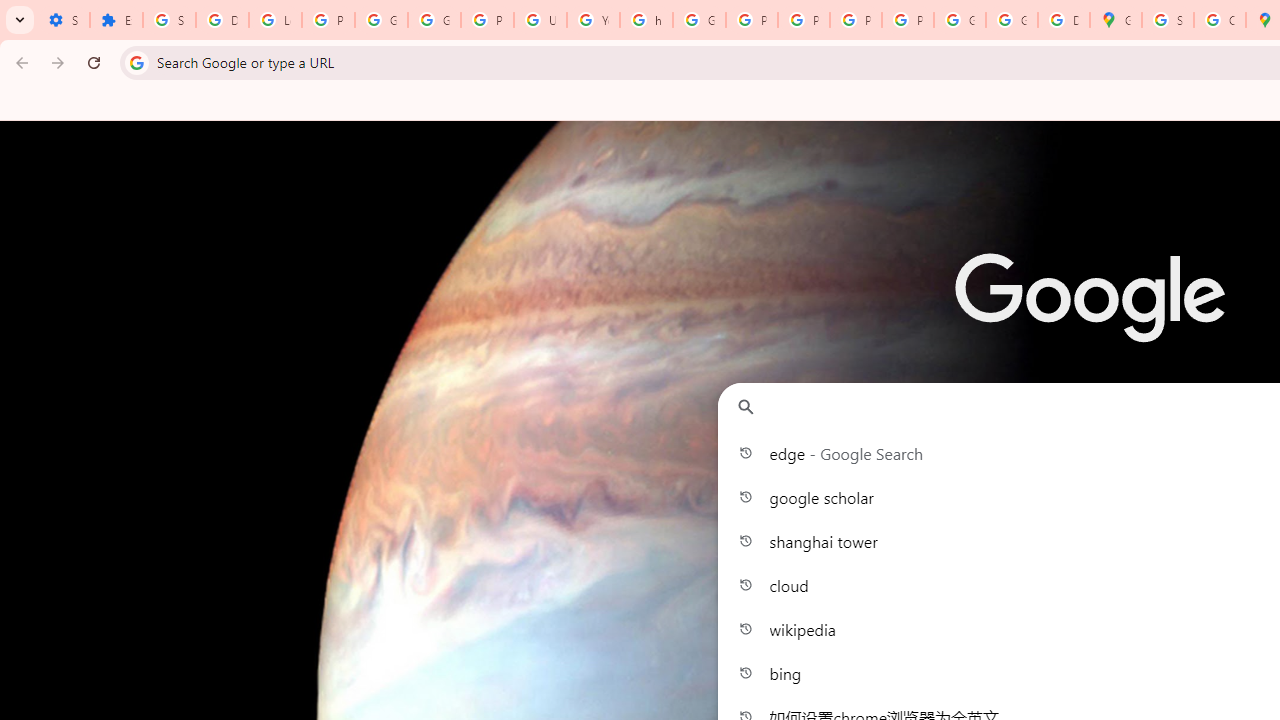 The height and width of the screenshot is (720, 1280). I want to click on 'Settings - On startup', so click(63, 20).